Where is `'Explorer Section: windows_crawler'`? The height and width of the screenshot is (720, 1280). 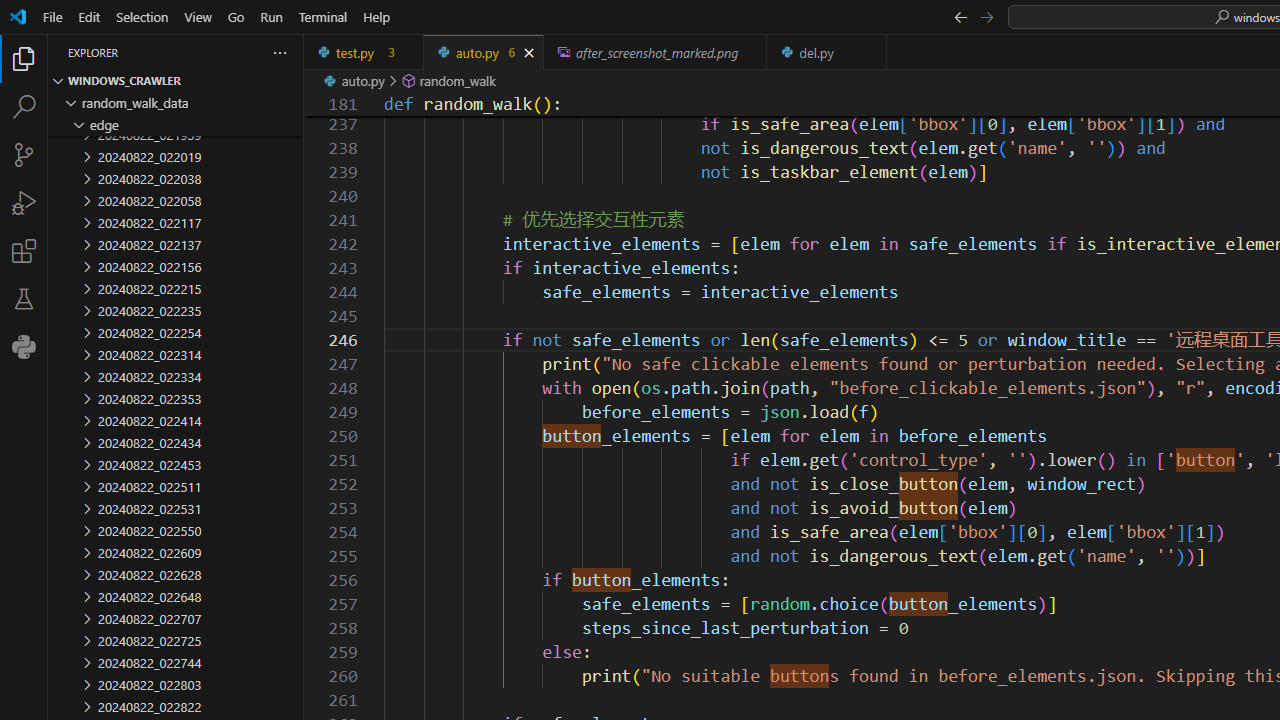 'Explorer Section: windows_crawler' is located at coordinates (176, 80).